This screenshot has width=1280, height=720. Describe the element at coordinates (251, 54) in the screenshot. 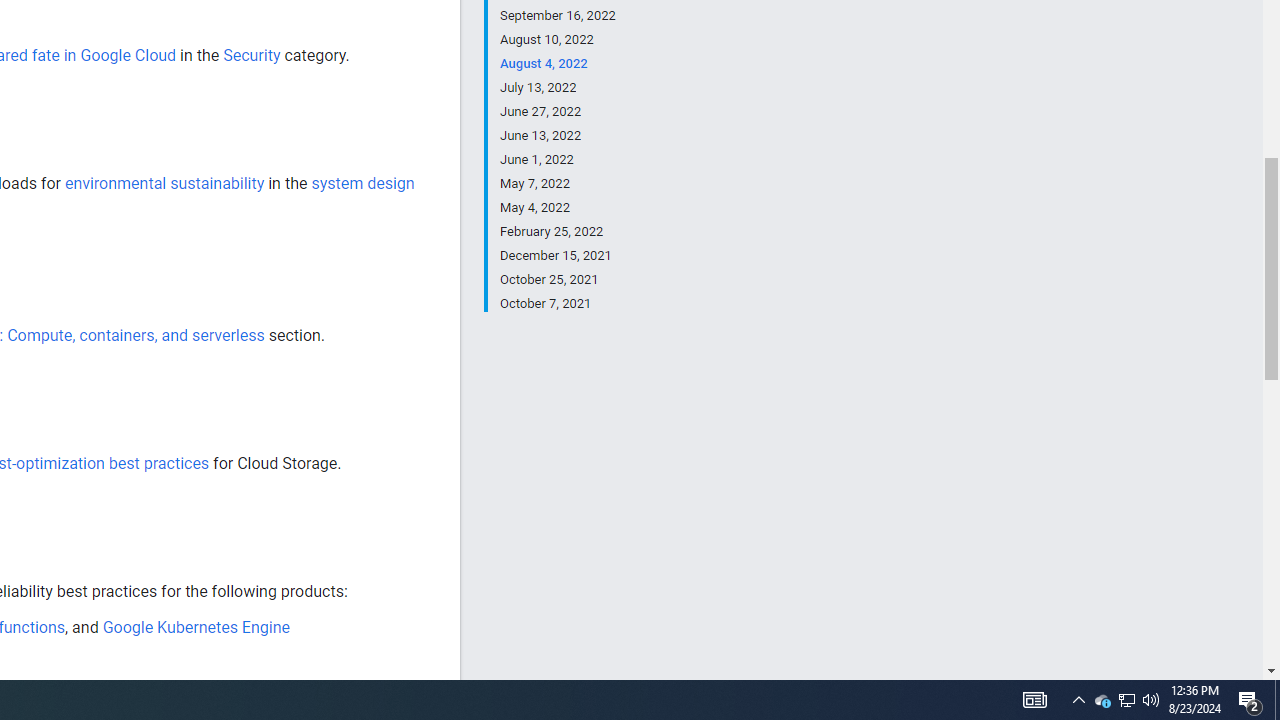

I see `'Security'` at that location.